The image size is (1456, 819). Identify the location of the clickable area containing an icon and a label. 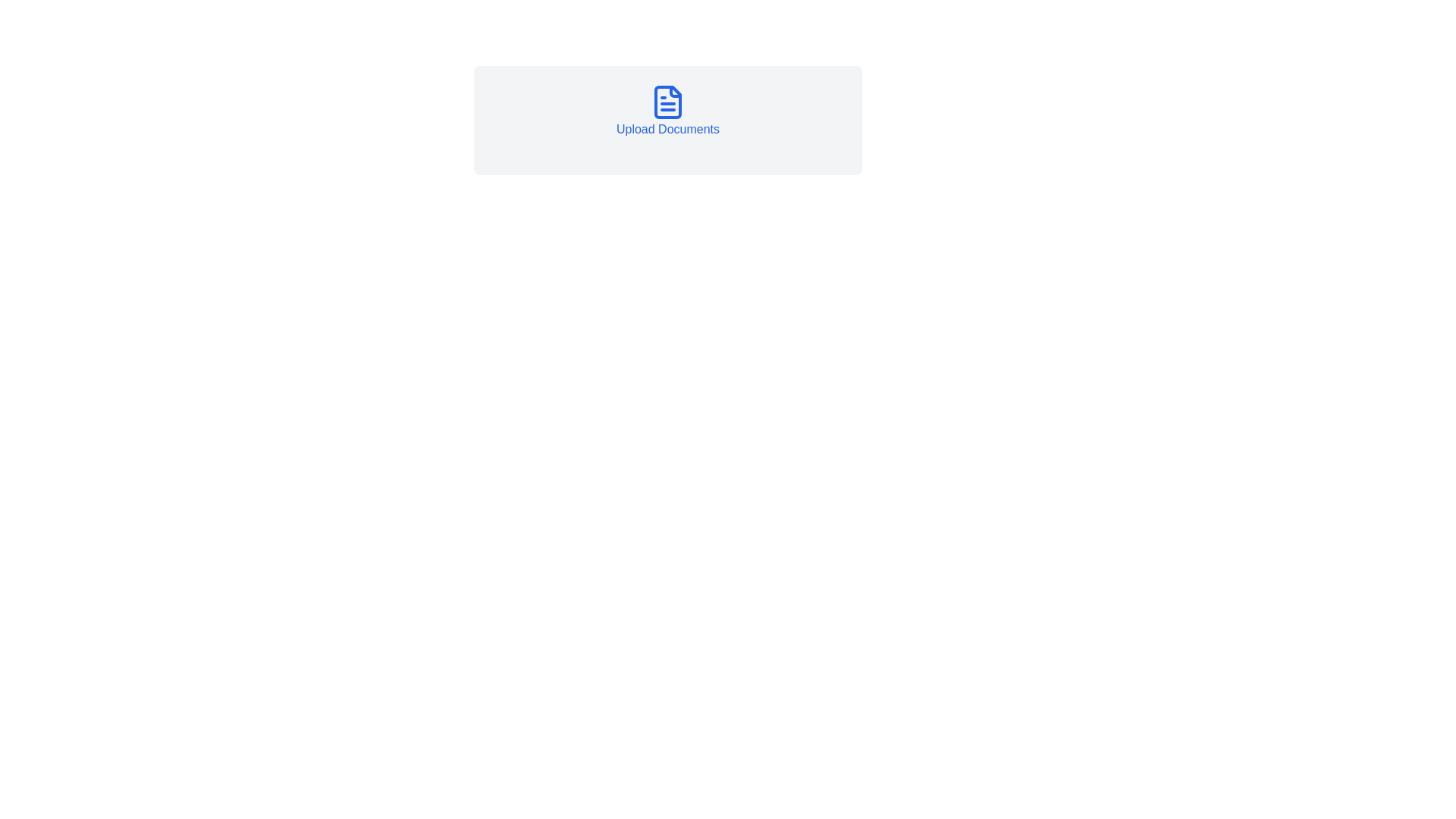
(667, 110).